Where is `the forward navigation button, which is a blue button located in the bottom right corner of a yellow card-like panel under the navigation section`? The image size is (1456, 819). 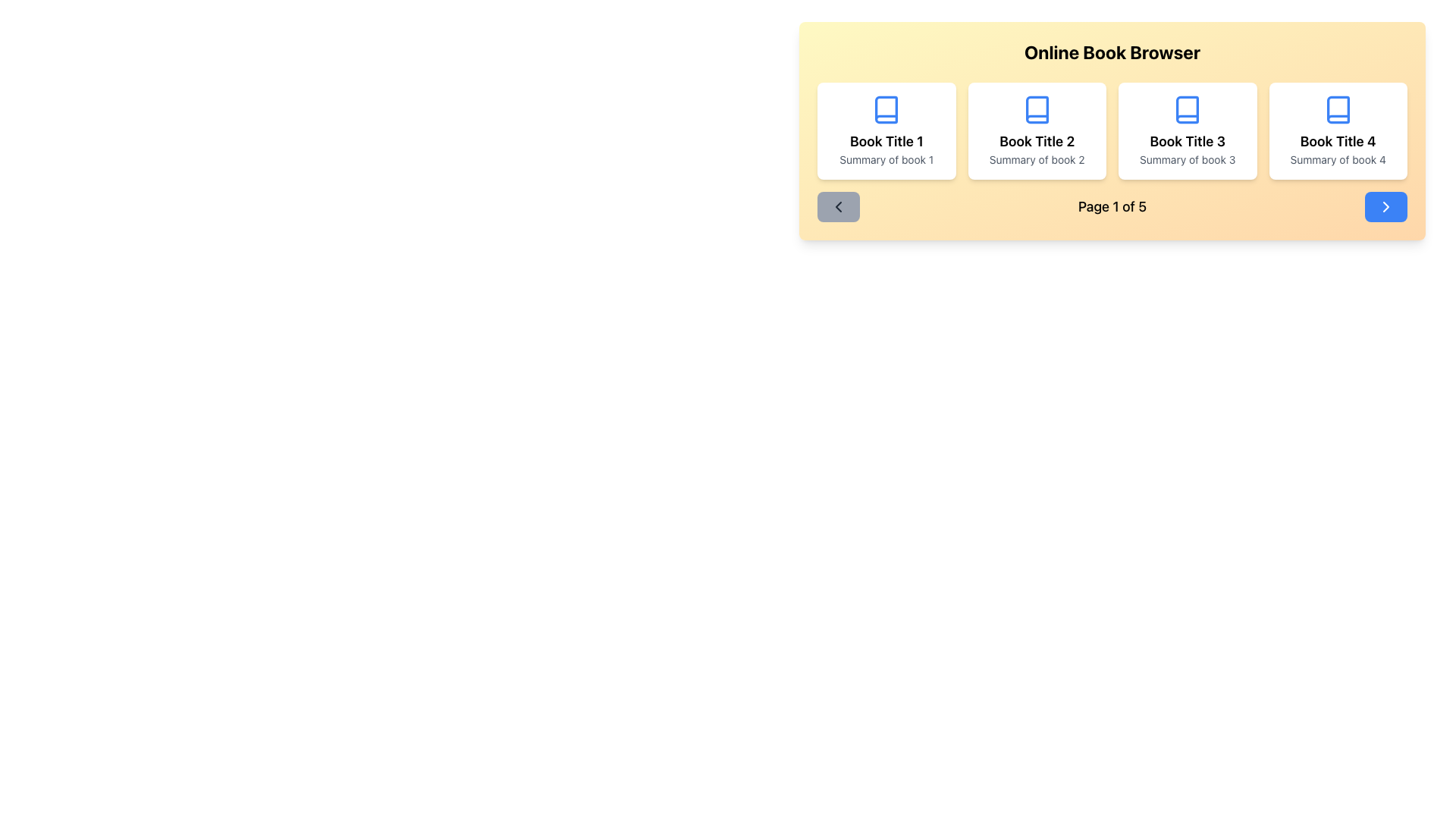 the forward navigation button, which is a blue button located in the bottom right corner of a yellow card-like panel under the navigation section is located at coordinates (1386, 207).